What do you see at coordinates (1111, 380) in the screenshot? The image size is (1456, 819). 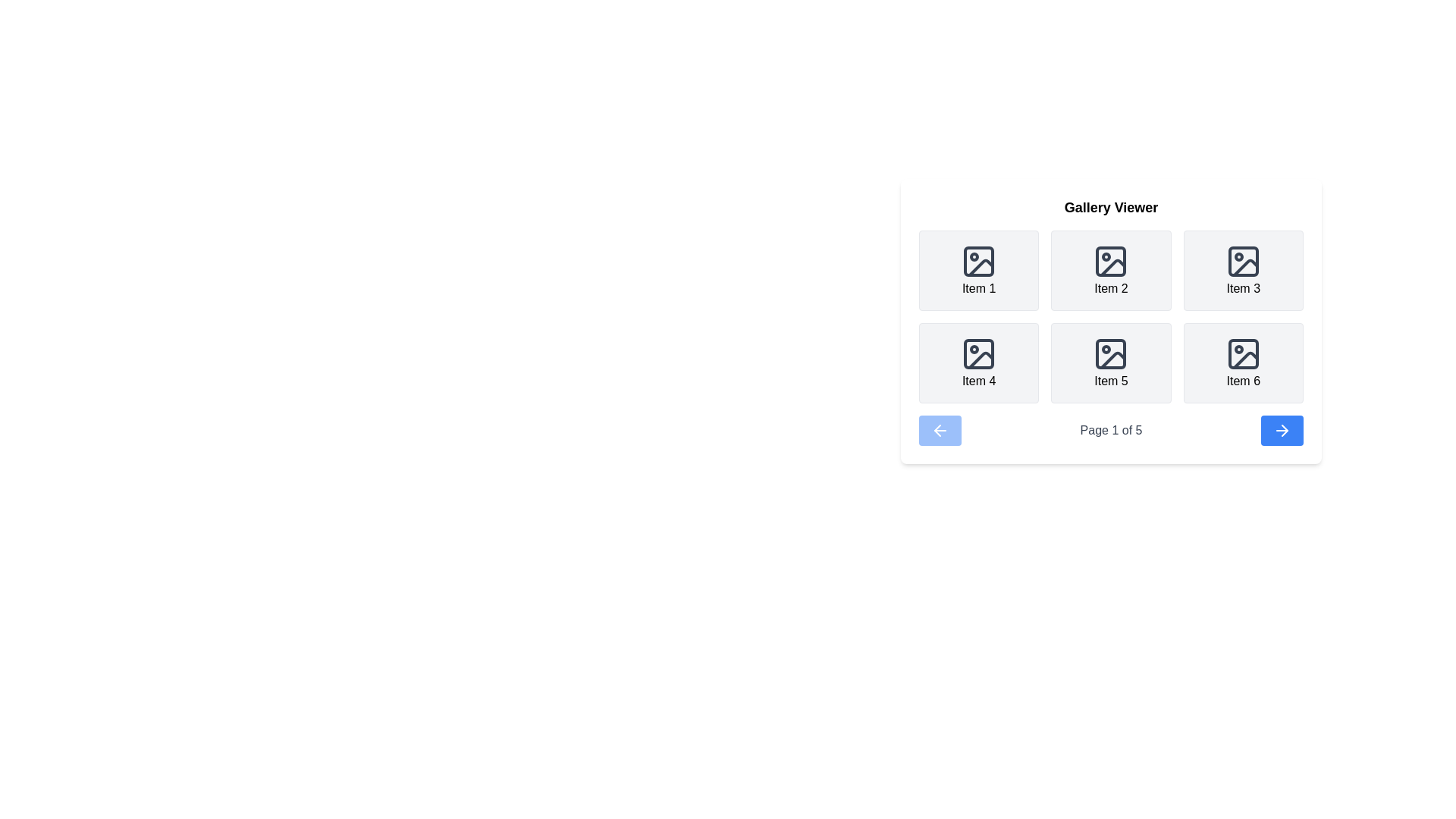 I see `the text label displaying 'Item 5' in a black sans-serif font, located below the fifth icon in a grid layout of six items` at bounding box center [1111, 380].